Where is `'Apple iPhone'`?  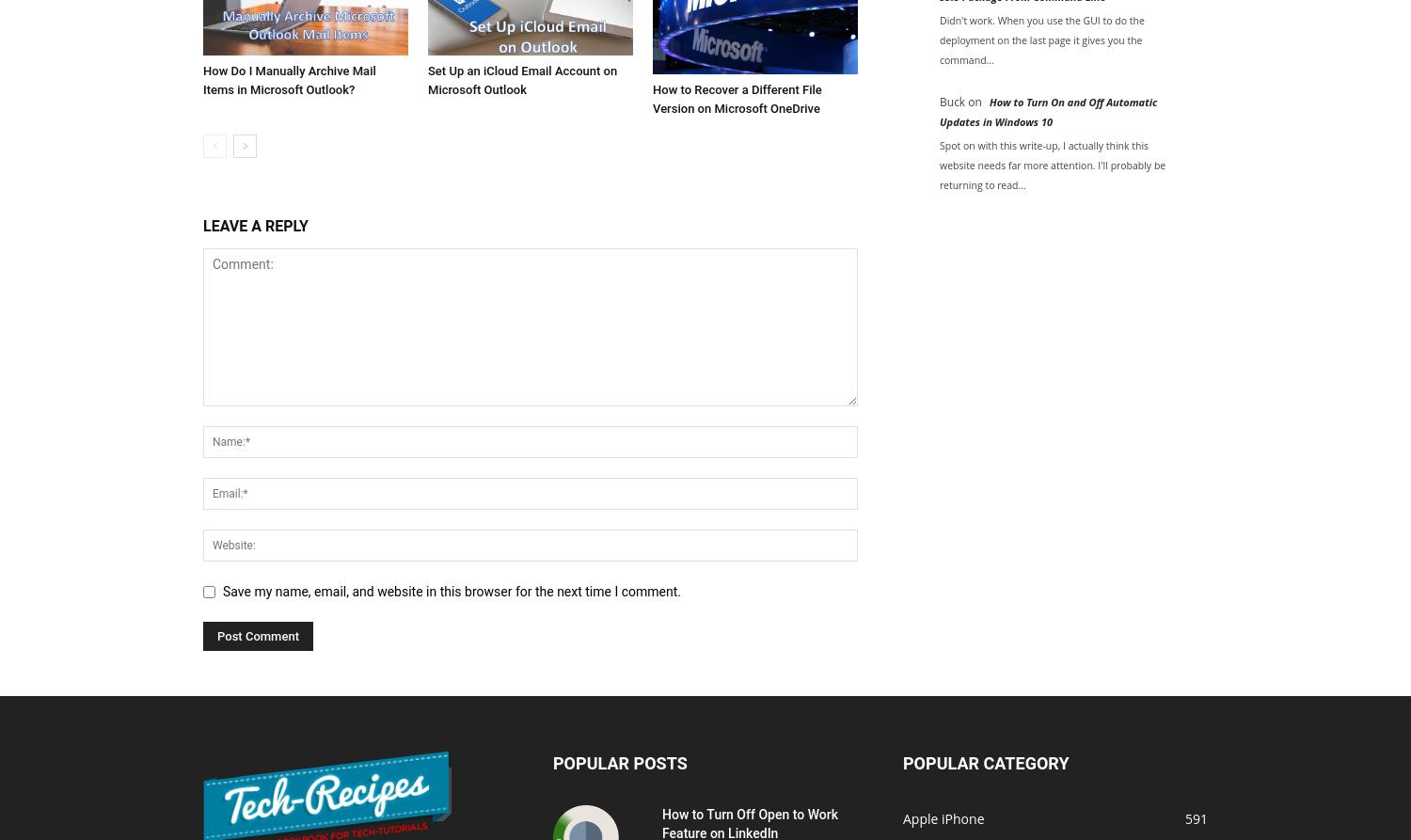
'Apple iPhone' is located at coordinates (943, 816).